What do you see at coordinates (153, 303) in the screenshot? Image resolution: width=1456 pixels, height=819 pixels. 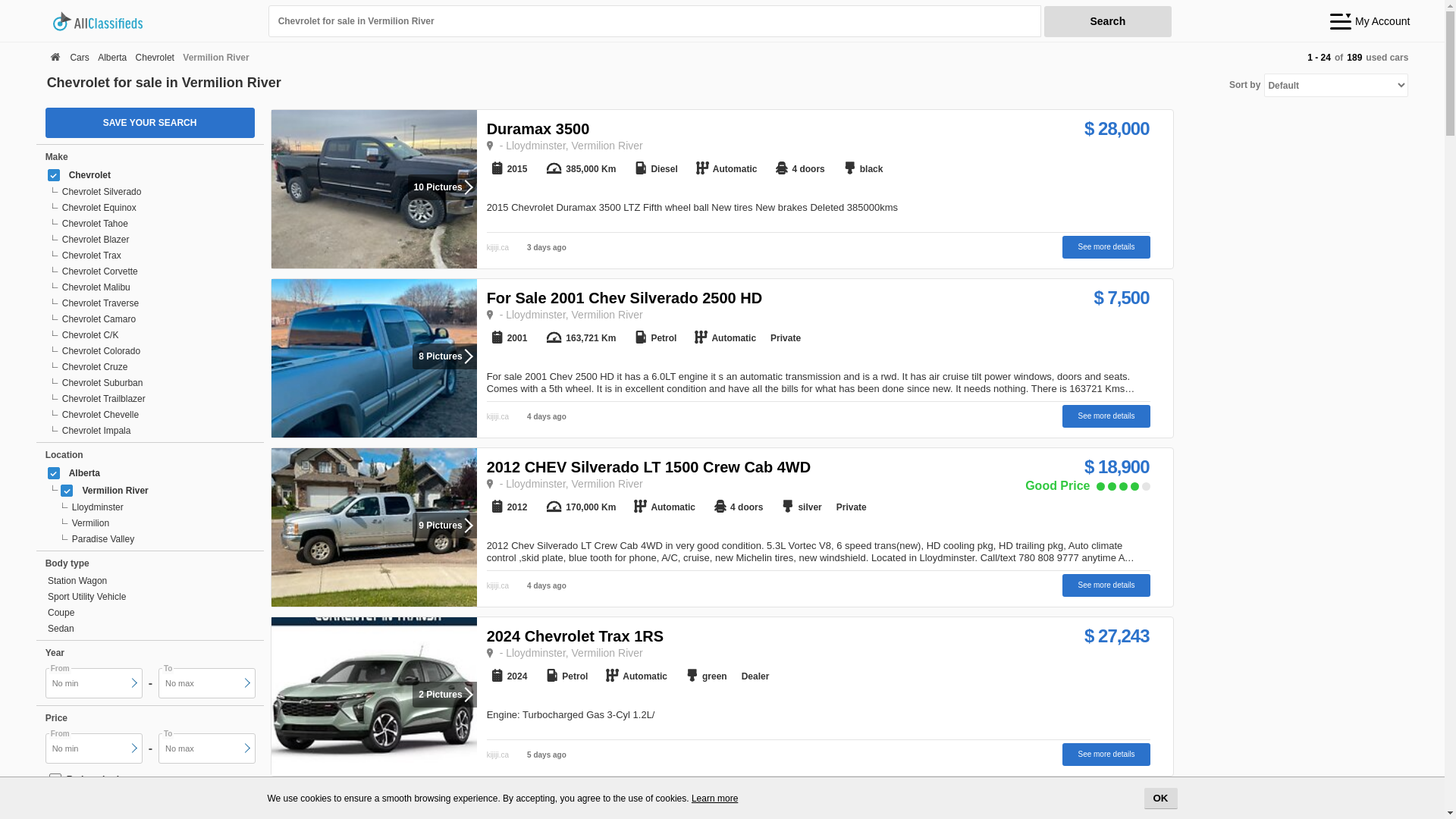 I see `'Chevrolet Traverse'` at bounding box center [153, 303].